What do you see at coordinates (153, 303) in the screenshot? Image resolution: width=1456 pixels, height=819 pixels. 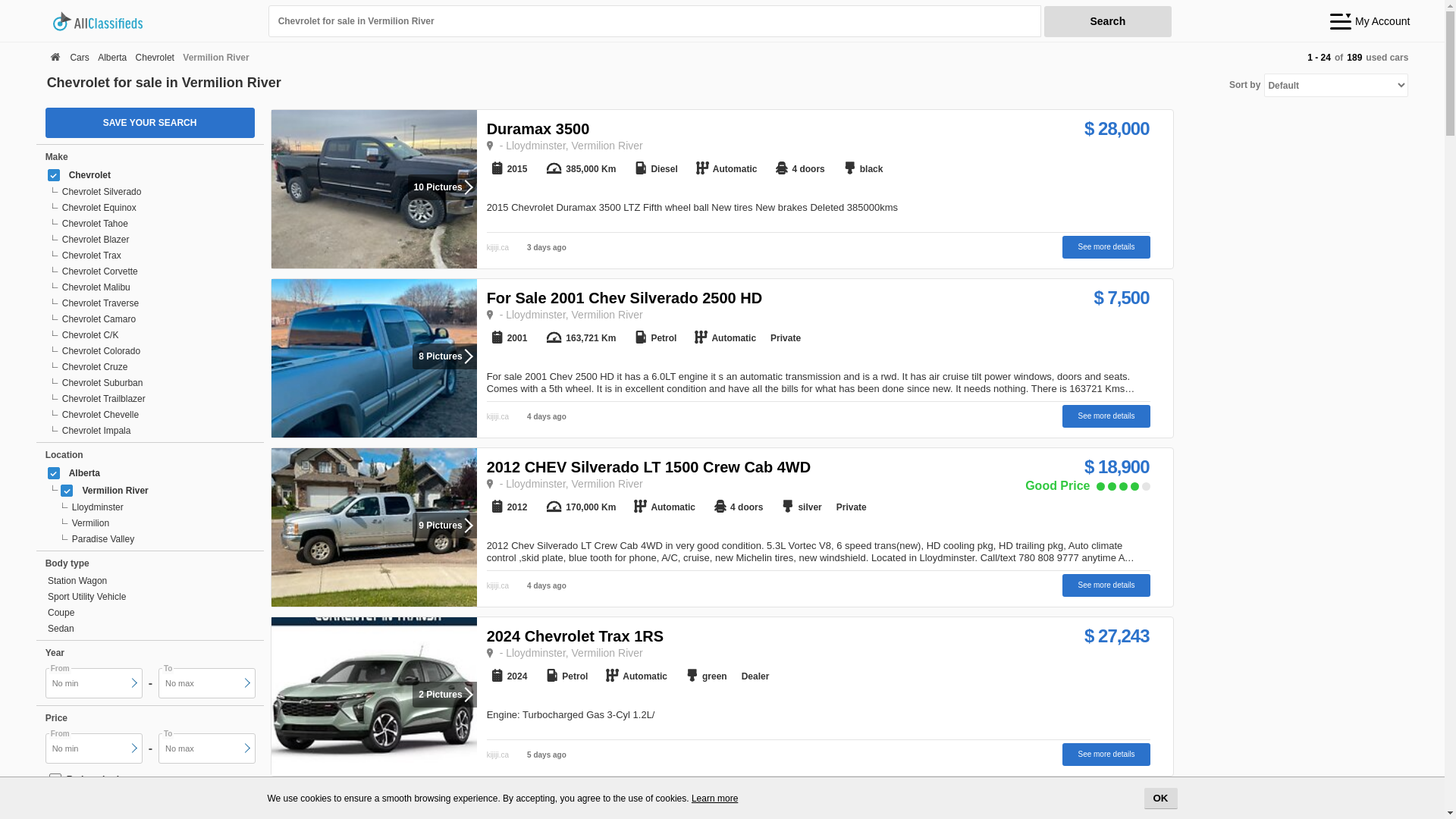 I see `'Chevrolet Traverse'` at bounding box center [153, 303].